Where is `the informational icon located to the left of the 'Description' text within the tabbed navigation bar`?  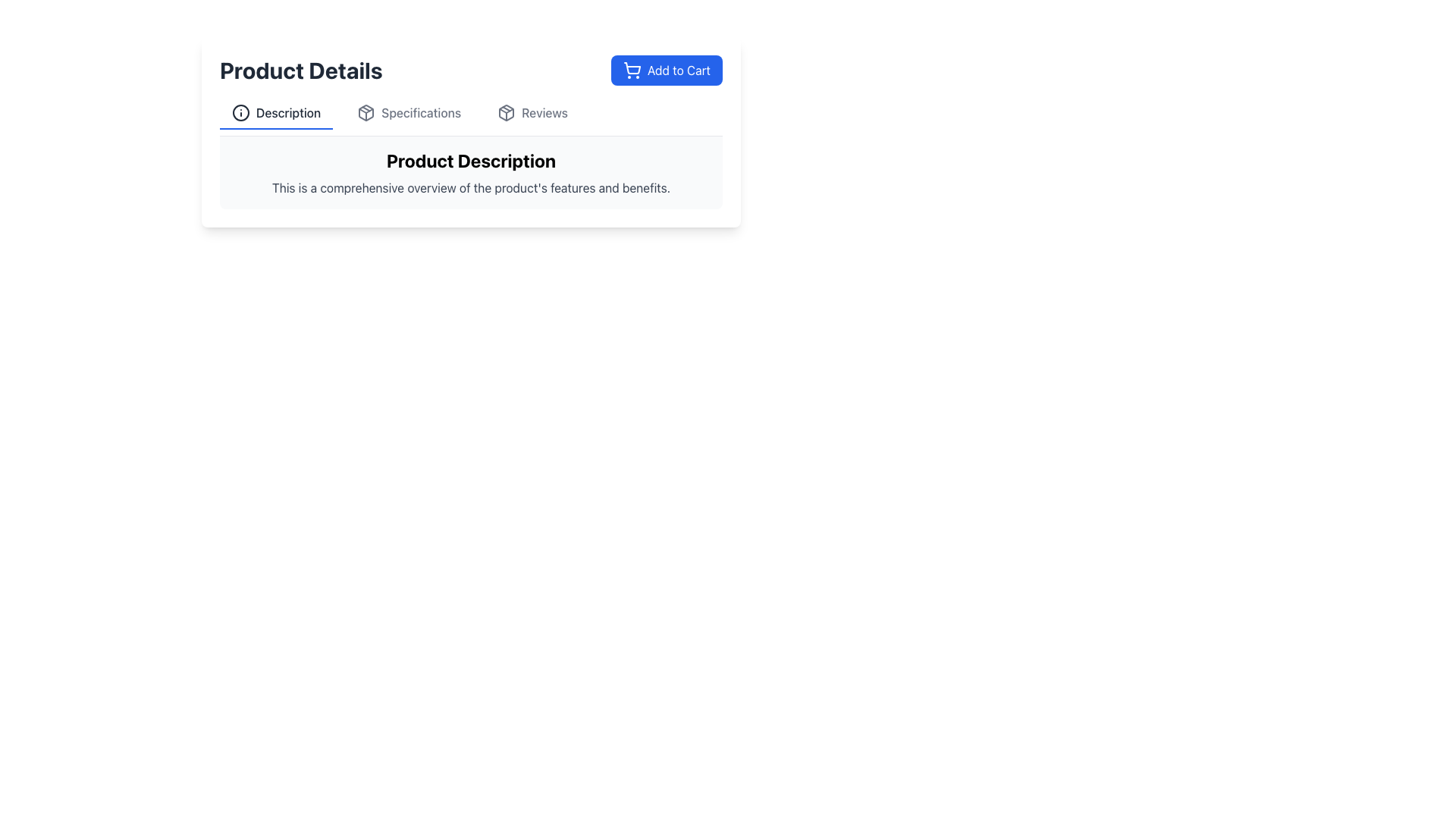
the informational icon located to the left of the 'Description' text within the tabbed navigation bar is located at coordinates (240, 112).